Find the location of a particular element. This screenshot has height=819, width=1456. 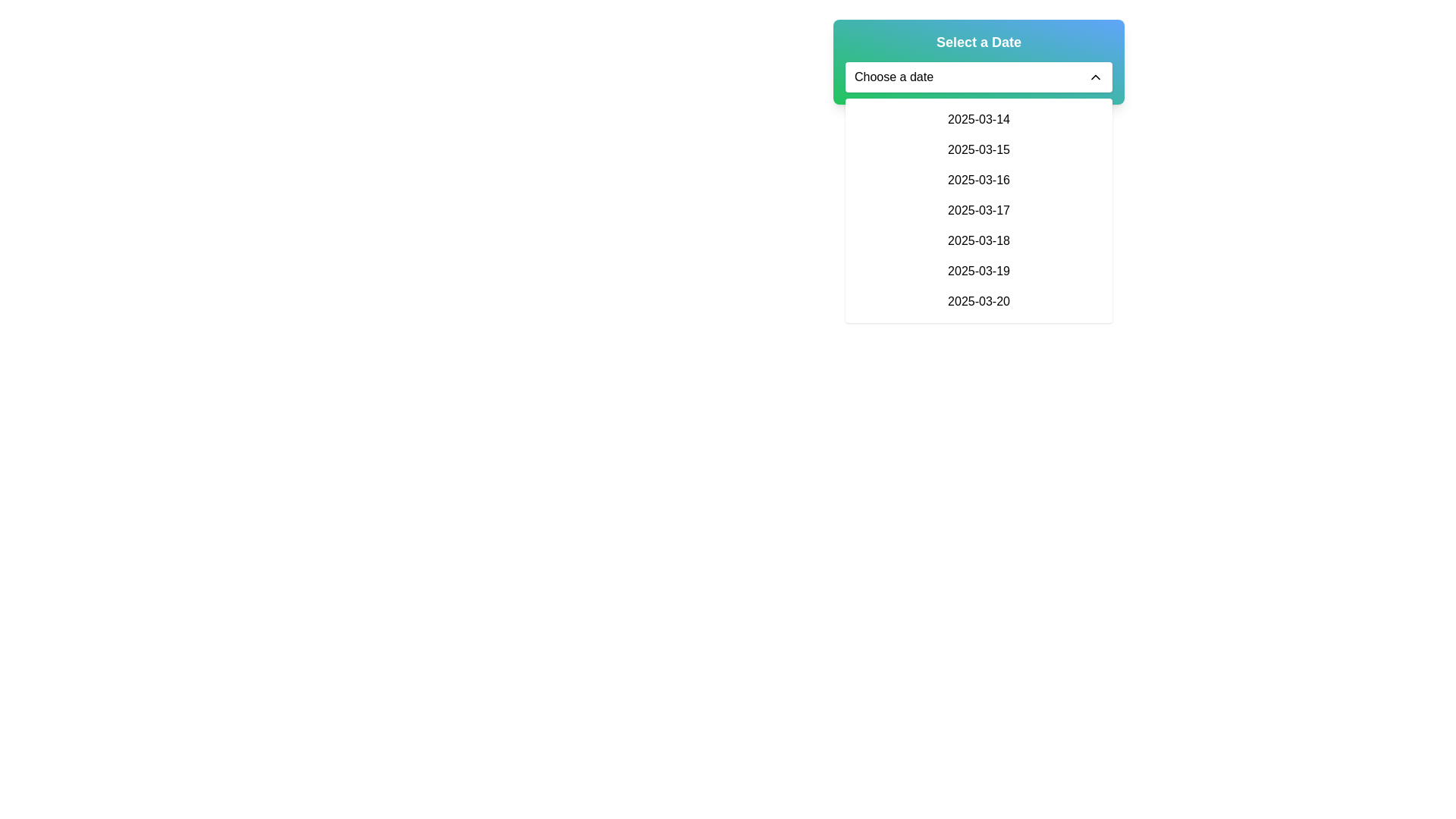

the dropdown option displaying the date '2025-03-16' is located at coordinates (979, 180).